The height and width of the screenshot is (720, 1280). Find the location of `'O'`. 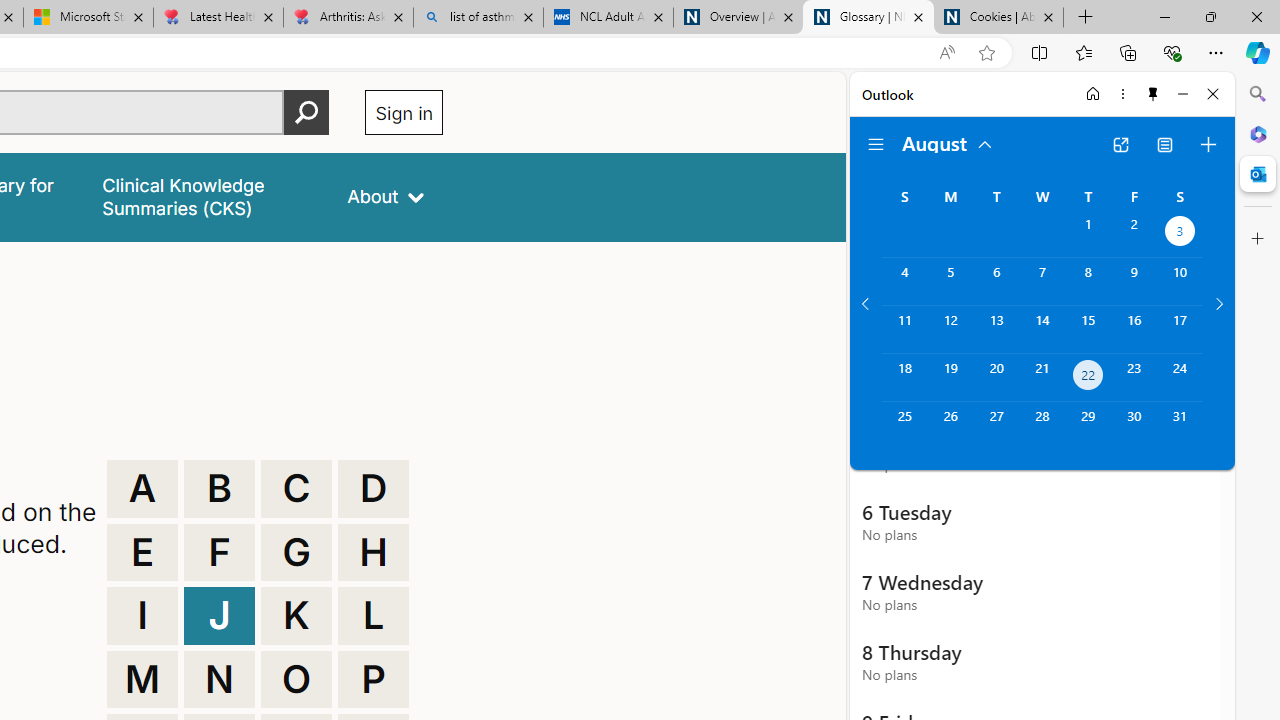

'O' is located at coordinates (295, 678).